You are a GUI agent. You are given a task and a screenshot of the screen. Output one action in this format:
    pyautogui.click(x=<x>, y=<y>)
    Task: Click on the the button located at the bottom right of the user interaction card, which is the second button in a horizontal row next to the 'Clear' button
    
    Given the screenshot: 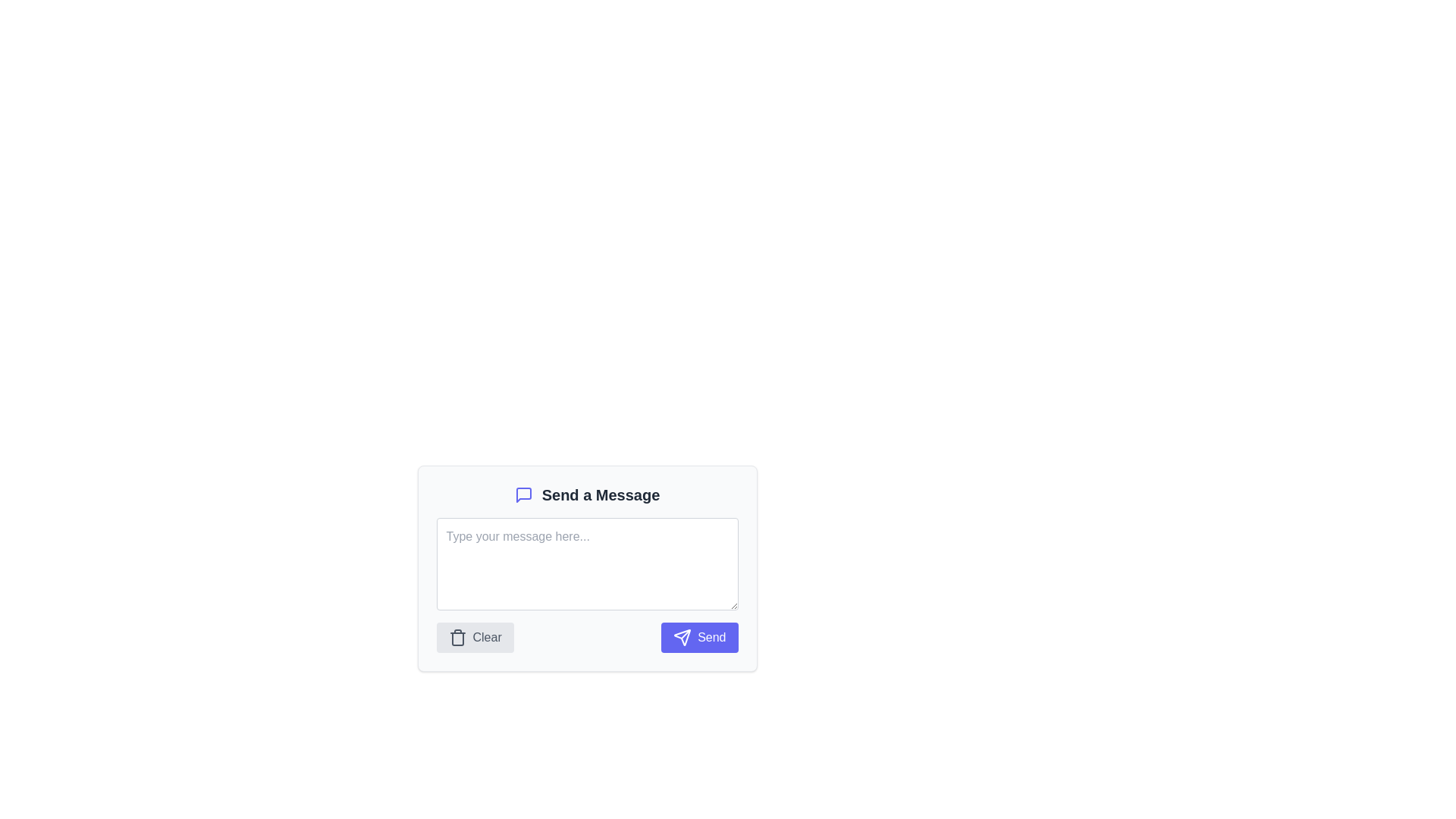 What is the action you would take?
    pyautogui.click(x=698, y=637)
    